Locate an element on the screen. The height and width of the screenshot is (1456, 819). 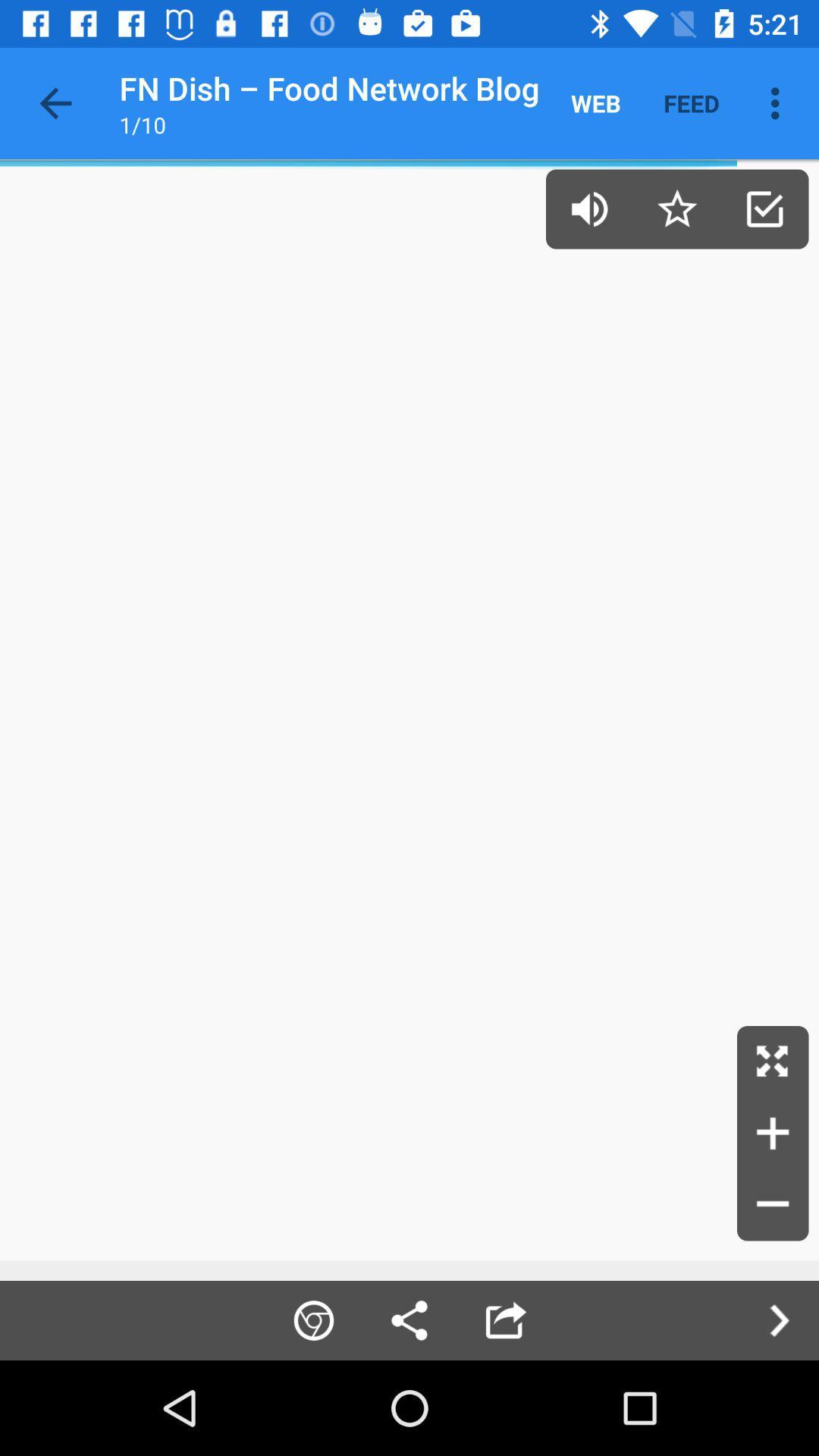
the share icon is located at coordinates (409, 1319).